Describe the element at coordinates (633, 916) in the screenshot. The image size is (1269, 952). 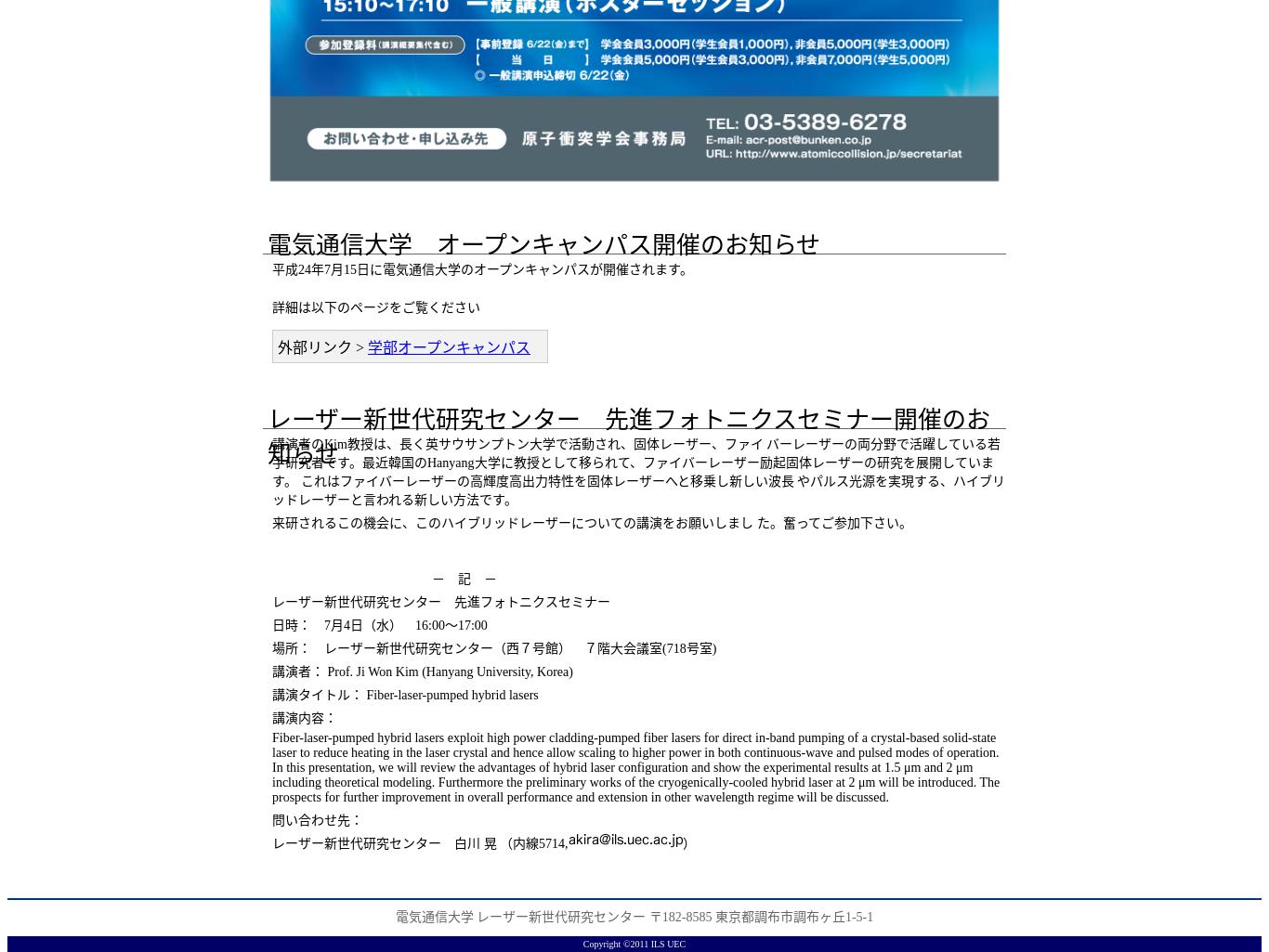
I see `'電気通信大学 レーザー新世代研究センター 〒182-8585 東京都調布市調布ヶ丘1-5-1'` at that location.